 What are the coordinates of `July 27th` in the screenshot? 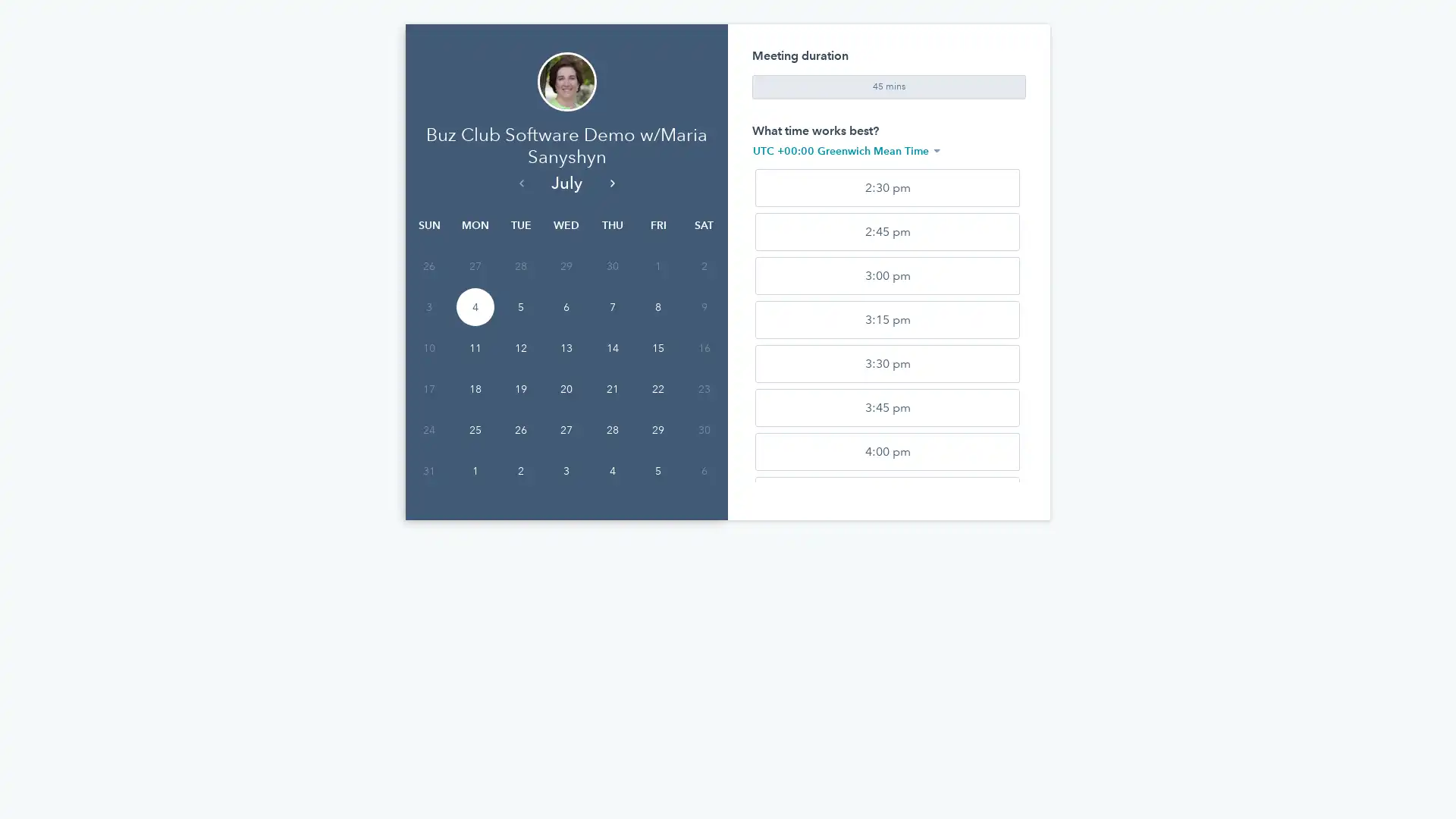 It's located at (566, 488).